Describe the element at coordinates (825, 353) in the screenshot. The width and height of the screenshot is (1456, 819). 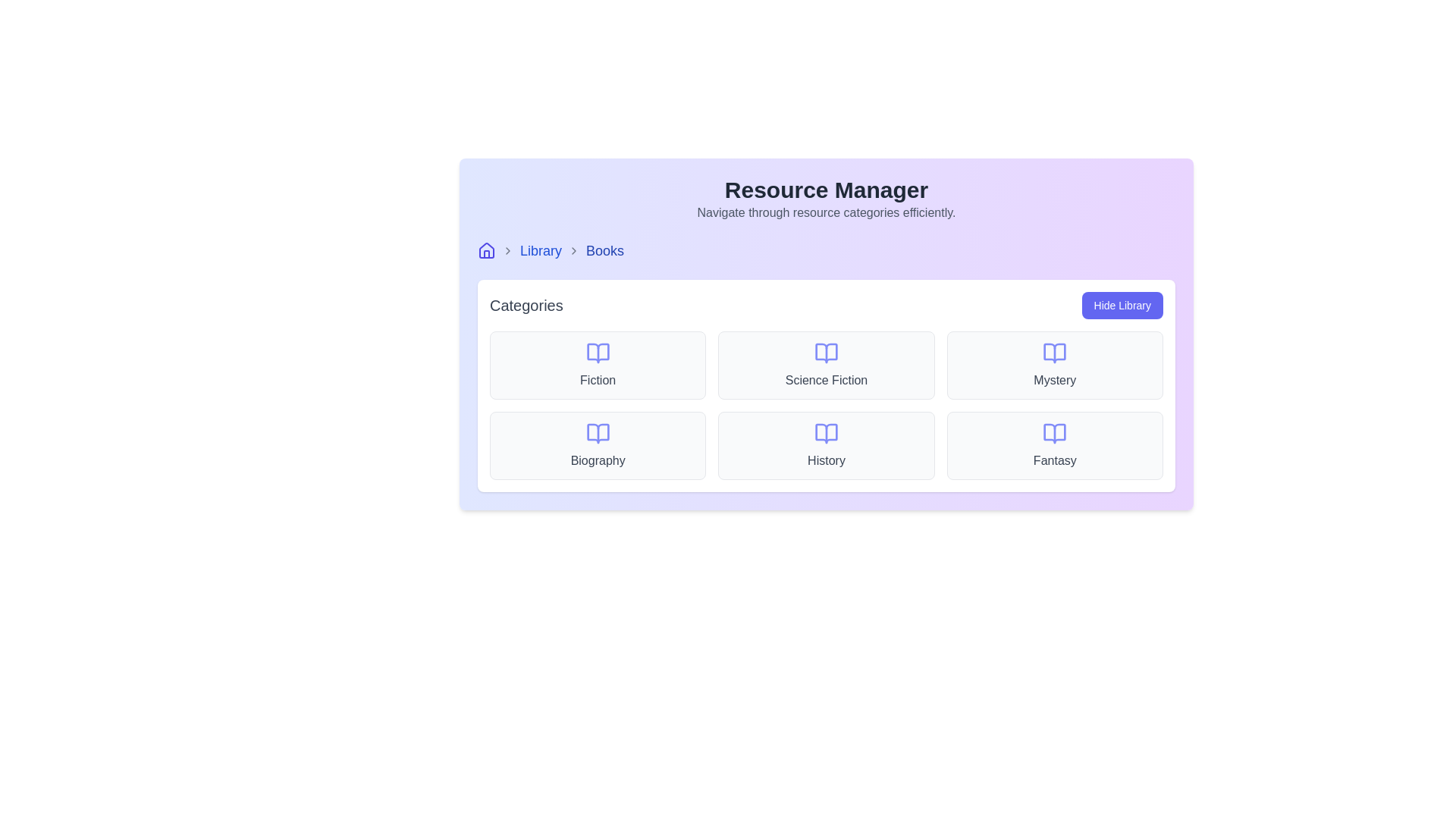
I see `the light indigo book icon located at the top-center of the 'Science Fiction' section` at that location.